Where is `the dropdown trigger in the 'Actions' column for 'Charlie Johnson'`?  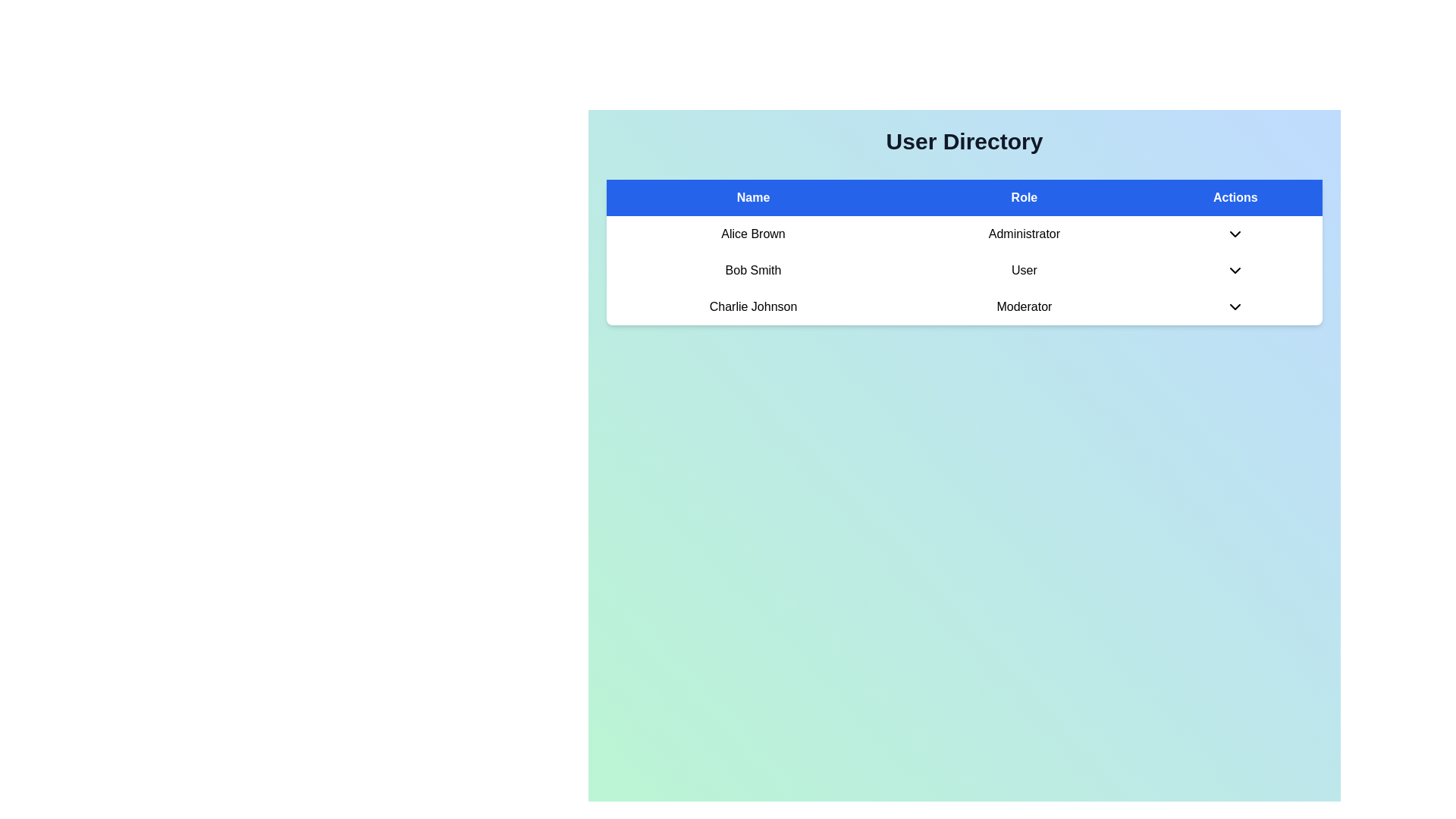 the dropdown trigger in the 'Actions' column for 'Charlie Johnson' is located at coordinates (1235, 307).